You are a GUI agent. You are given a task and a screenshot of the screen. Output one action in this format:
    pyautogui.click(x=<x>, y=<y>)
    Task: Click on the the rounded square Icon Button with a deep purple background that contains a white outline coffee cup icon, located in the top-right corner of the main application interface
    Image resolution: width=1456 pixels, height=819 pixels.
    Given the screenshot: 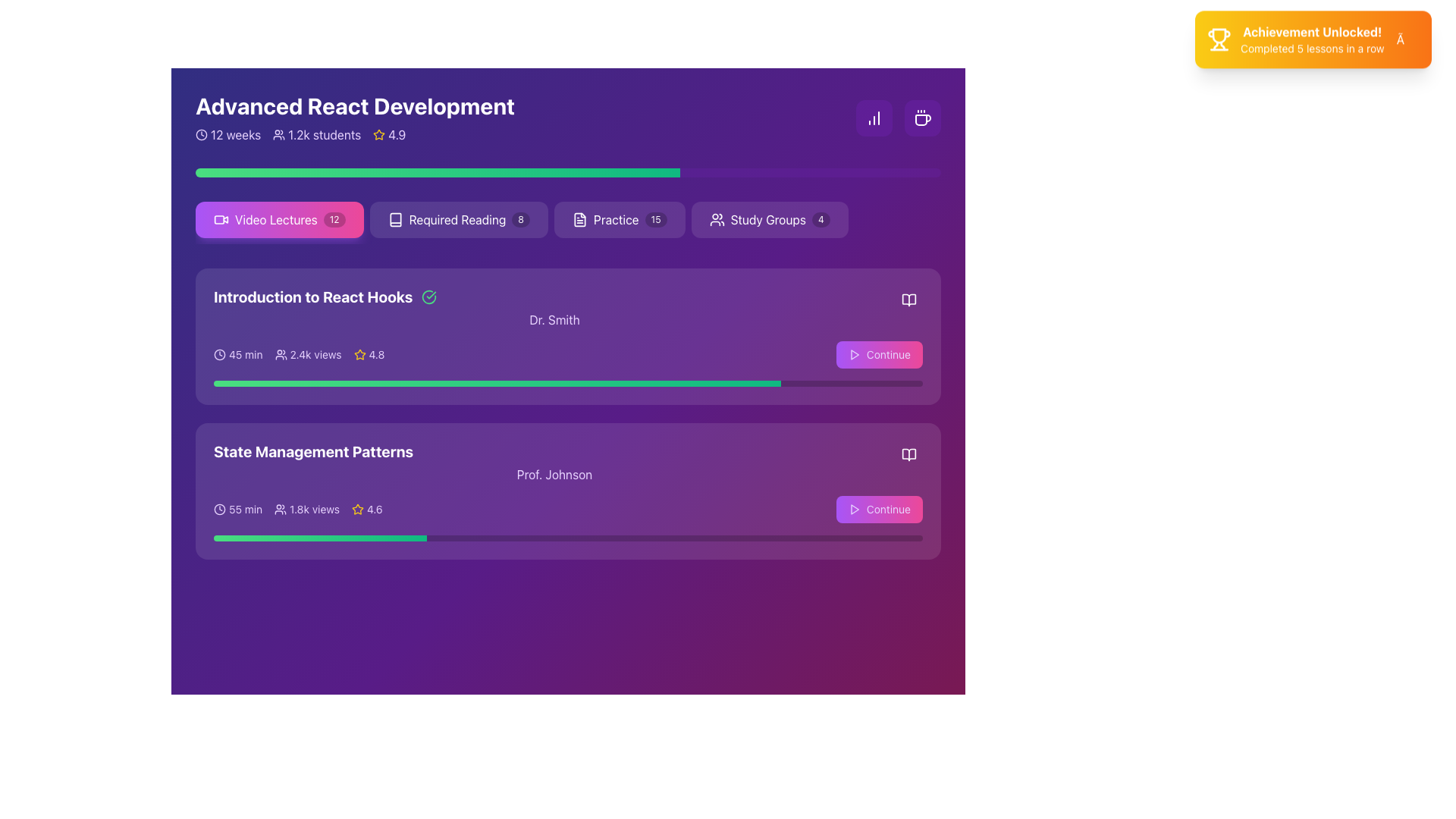 What is the action you would take?
    pyautogui.click(x=922, y=117)
    